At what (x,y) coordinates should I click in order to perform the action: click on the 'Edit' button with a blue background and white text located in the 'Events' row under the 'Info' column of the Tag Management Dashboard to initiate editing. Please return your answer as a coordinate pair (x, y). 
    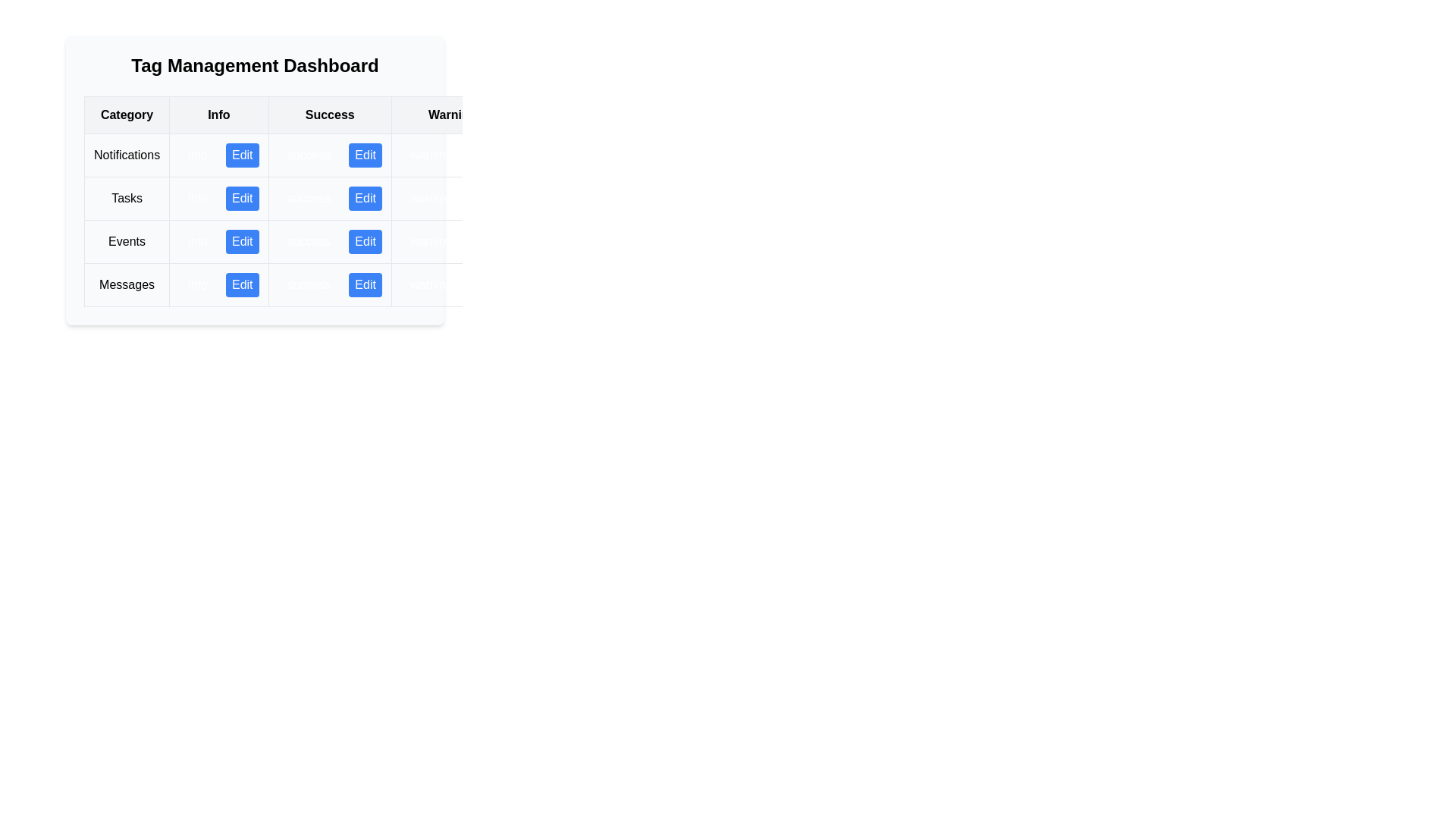
    Looking at the image, I should click on (241, 241).